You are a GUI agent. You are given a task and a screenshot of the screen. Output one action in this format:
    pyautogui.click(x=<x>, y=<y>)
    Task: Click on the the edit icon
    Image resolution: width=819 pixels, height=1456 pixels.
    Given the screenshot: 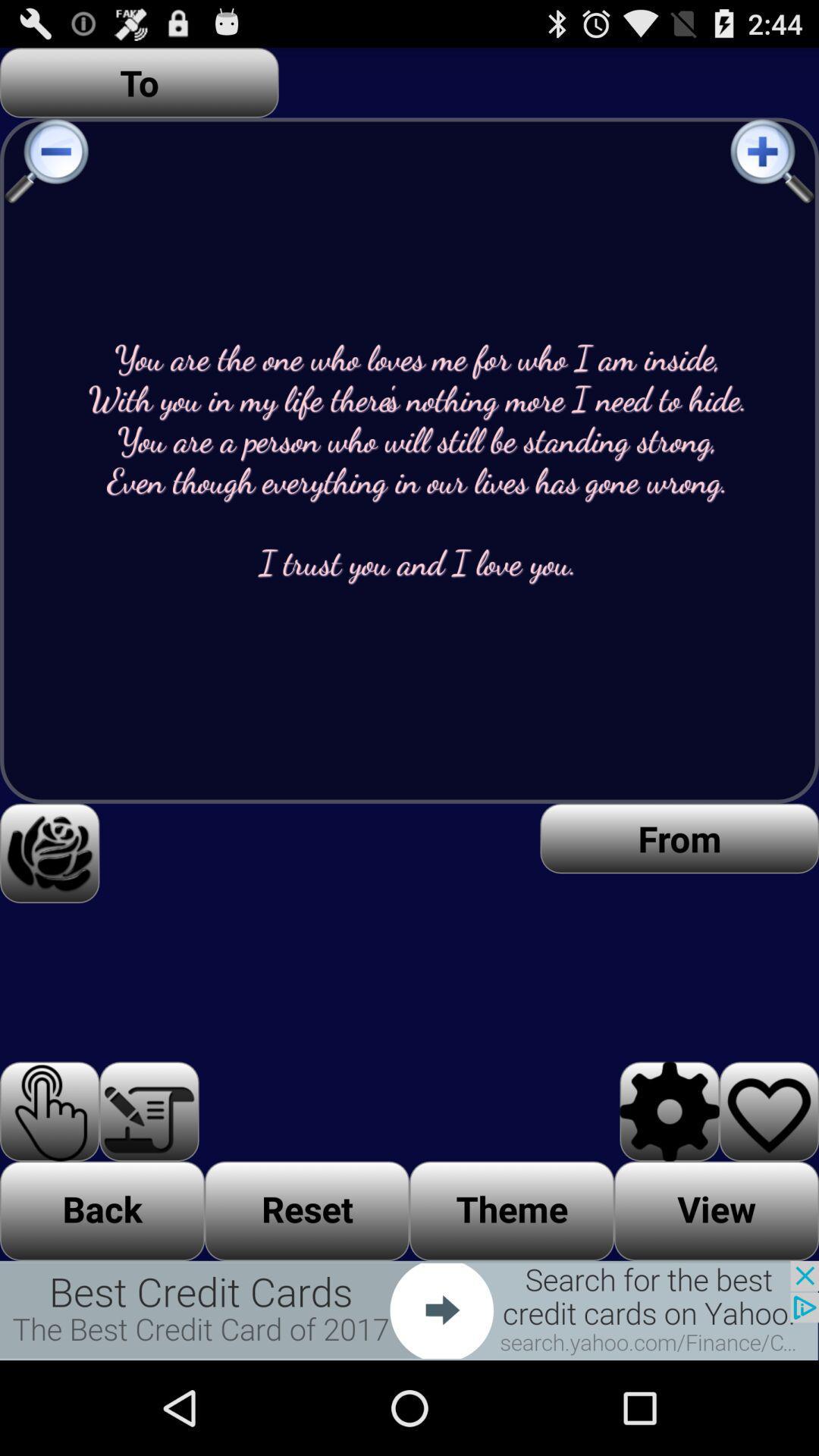 What is the action you would take?
    pyautogui.click(x=149, y=1188)
    